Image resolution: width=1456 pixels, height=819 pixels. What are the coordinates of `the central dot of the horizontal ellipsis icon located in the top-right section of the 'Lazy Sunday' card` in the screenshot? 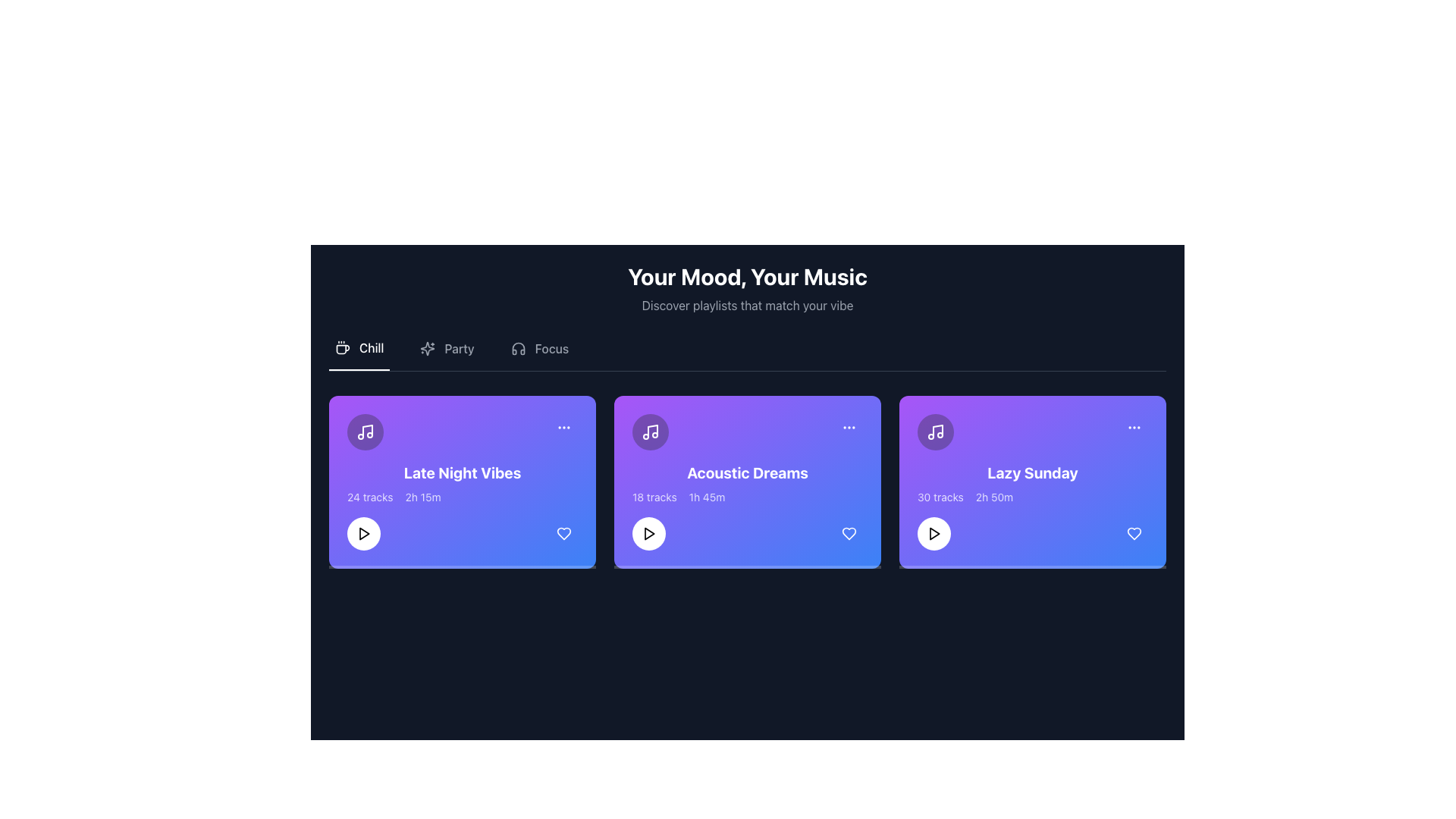 It's located at (1134, 427).